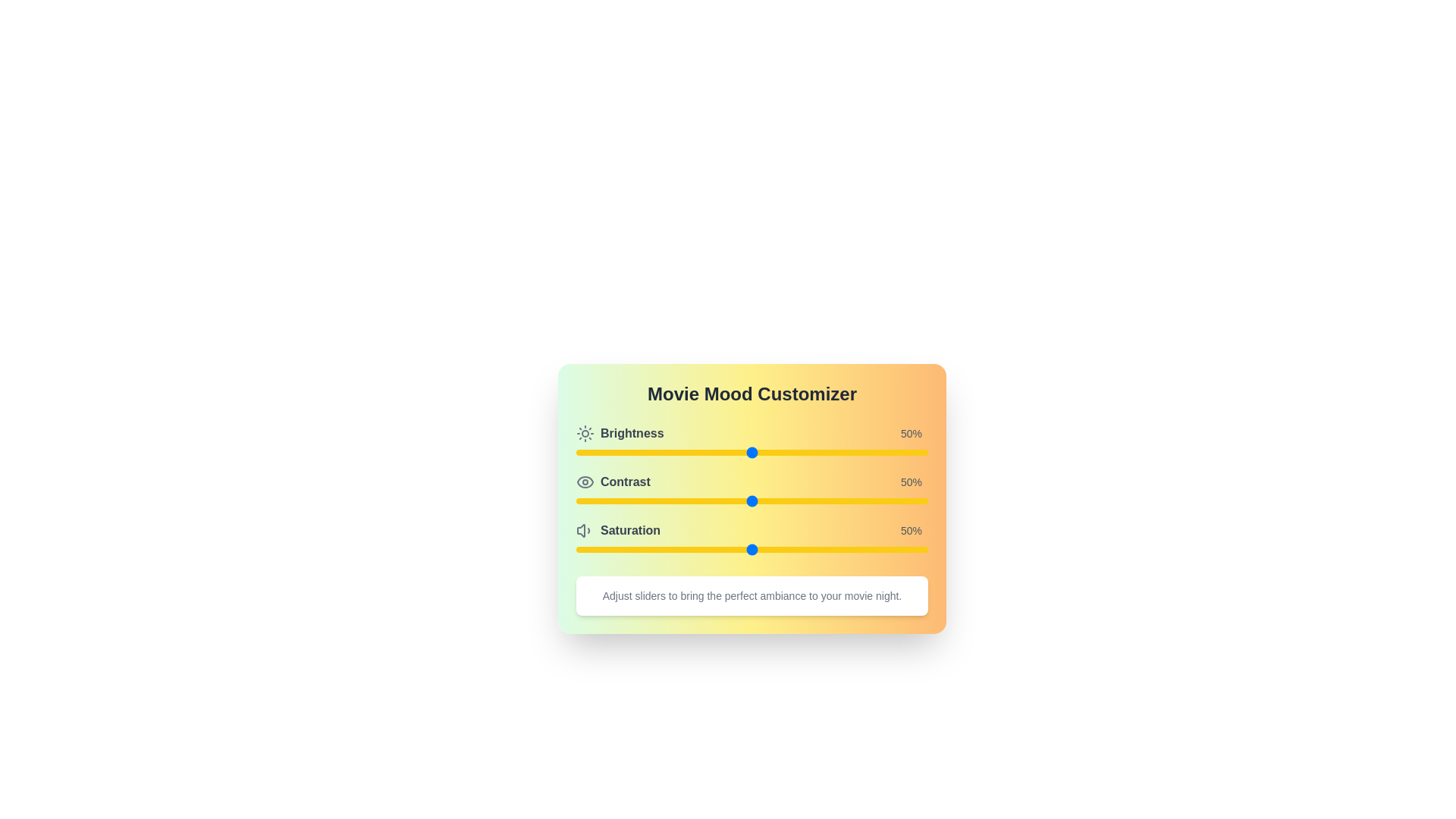 This screenshot has height=819, width=1456. Describe the element at coordinates (780, 500) in the screenshot. I see `the contrast level` at that location.